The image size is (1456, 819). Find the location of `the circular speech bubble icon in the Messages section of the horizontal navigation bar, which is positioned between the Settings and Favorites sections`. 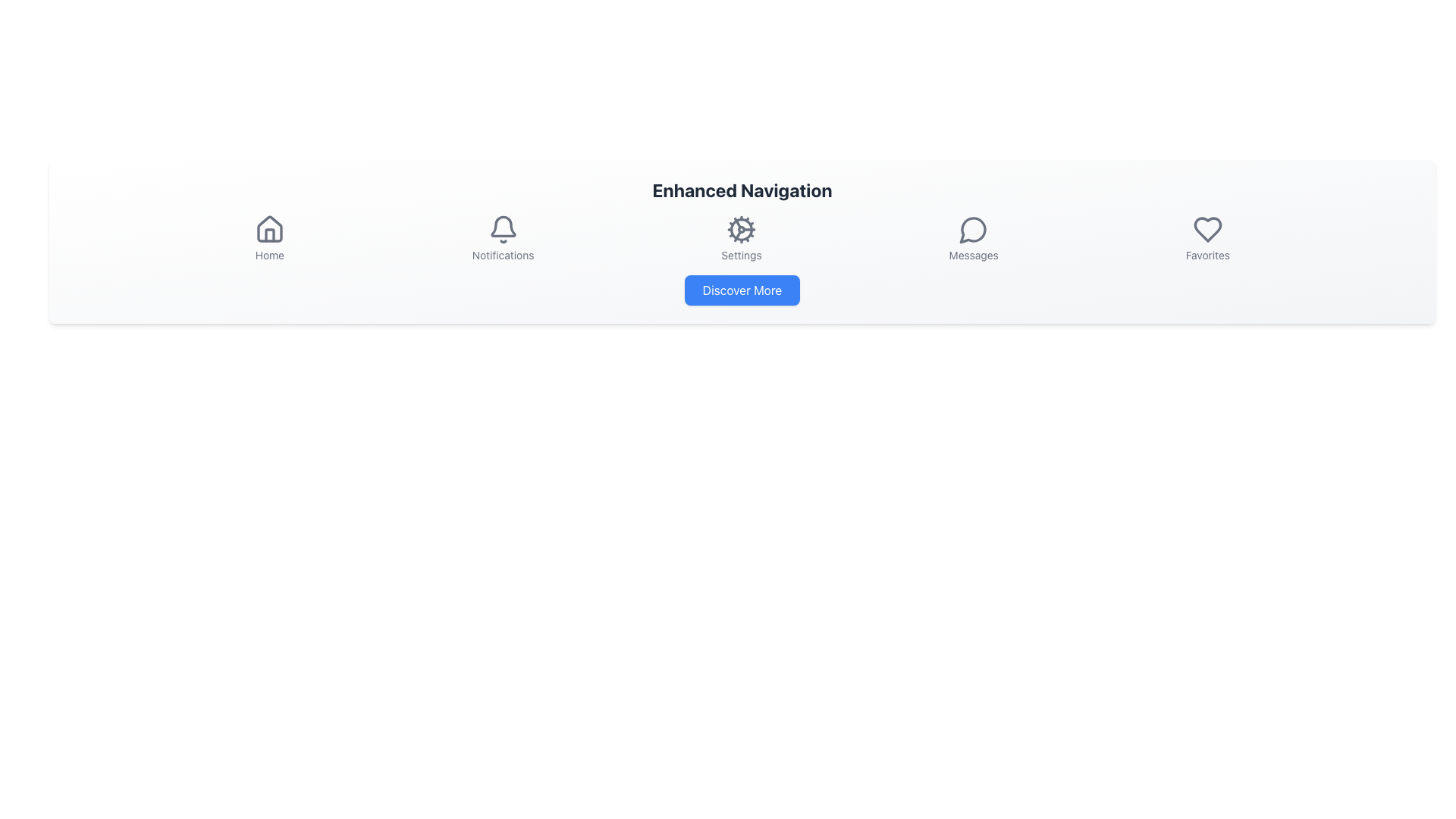

the circular speech bubble icon in the Messages section of the horizontal navigation bar, which is positioned between the Settings and Favorites sections is located at coordinates (973, 230).